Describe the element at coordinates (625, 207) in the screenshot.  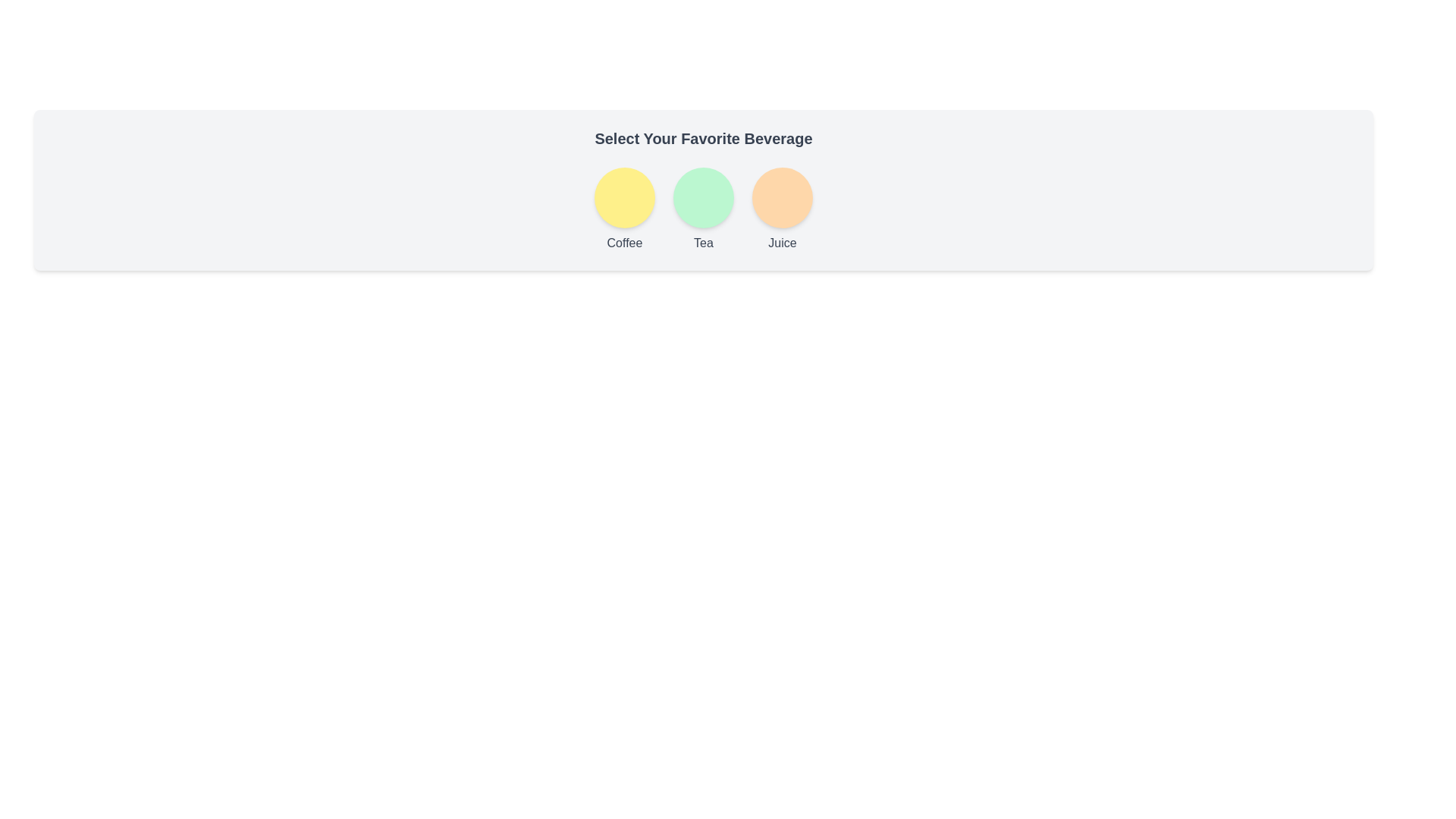
I see `the selectable button labeled 'Coffee', which is the first in a set of three options for beverage preference` at that location.